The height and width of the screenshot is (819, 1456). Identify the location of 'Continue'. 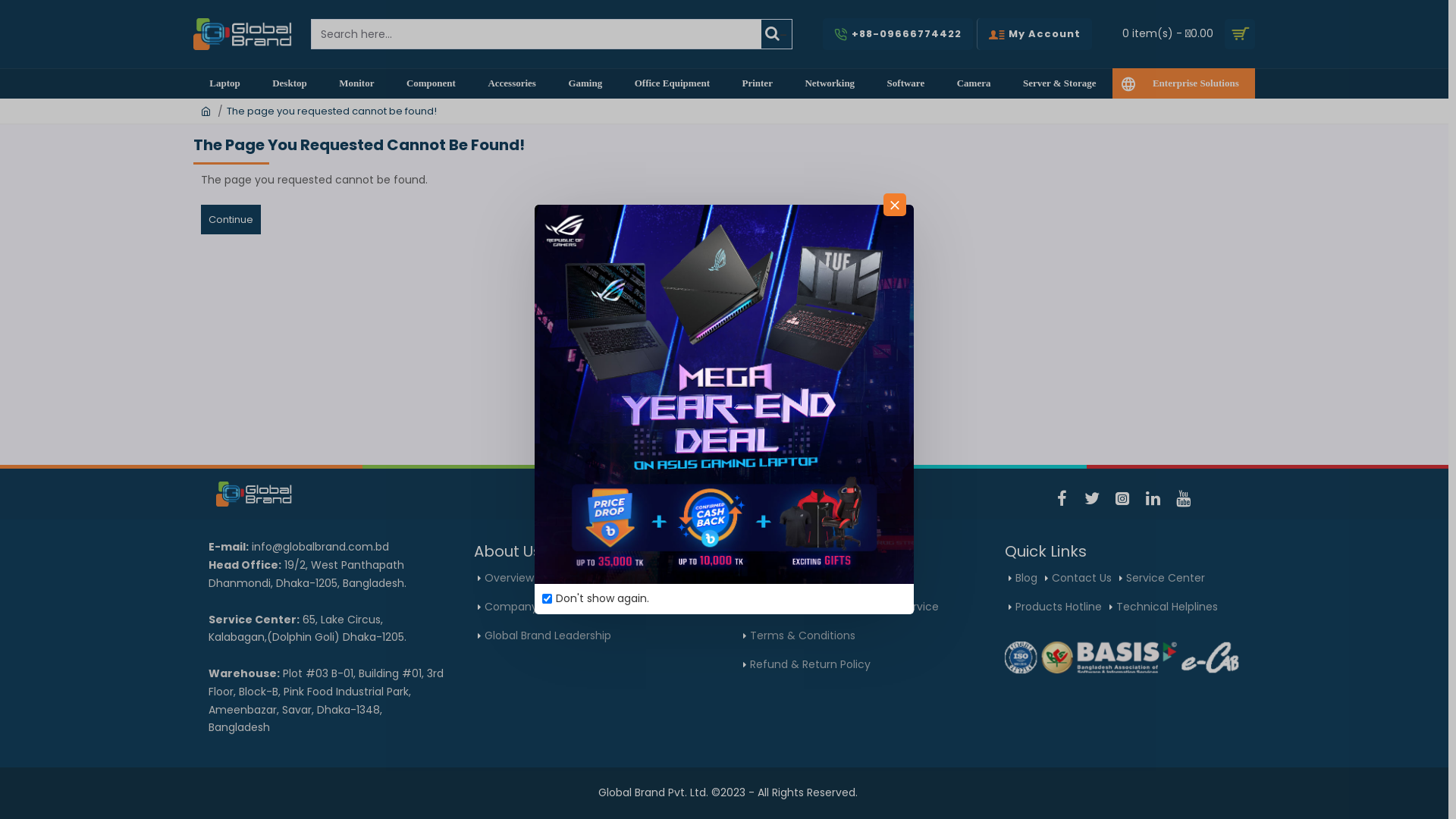
(230, 219).